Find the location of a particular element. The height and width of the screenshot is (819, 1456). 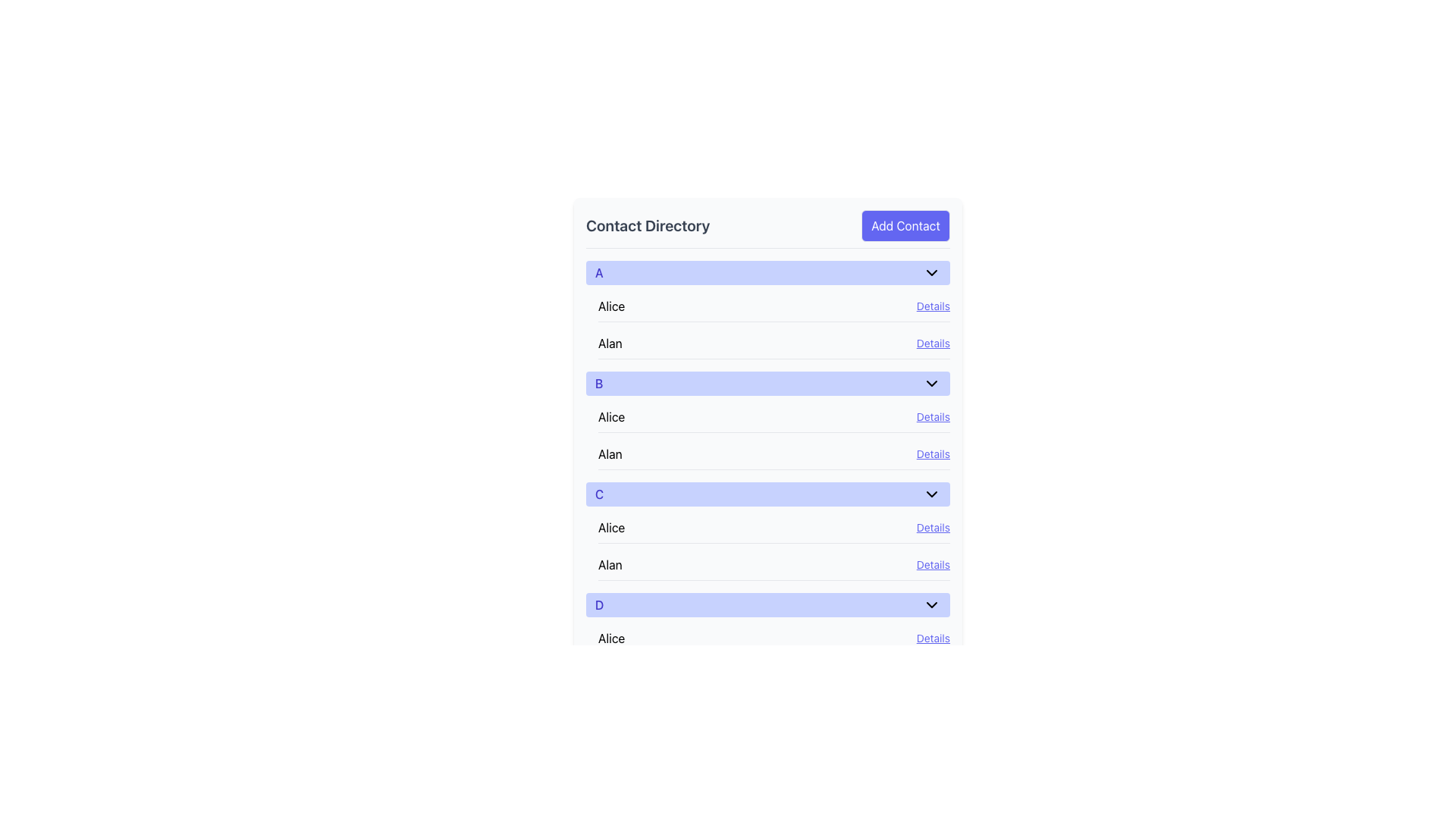

the section header label that groups items starting with the letter 'B', located near the left side of a light indigo-colored bar between bars labeled 'A' and 'C' is located at coordinates (598, 382).